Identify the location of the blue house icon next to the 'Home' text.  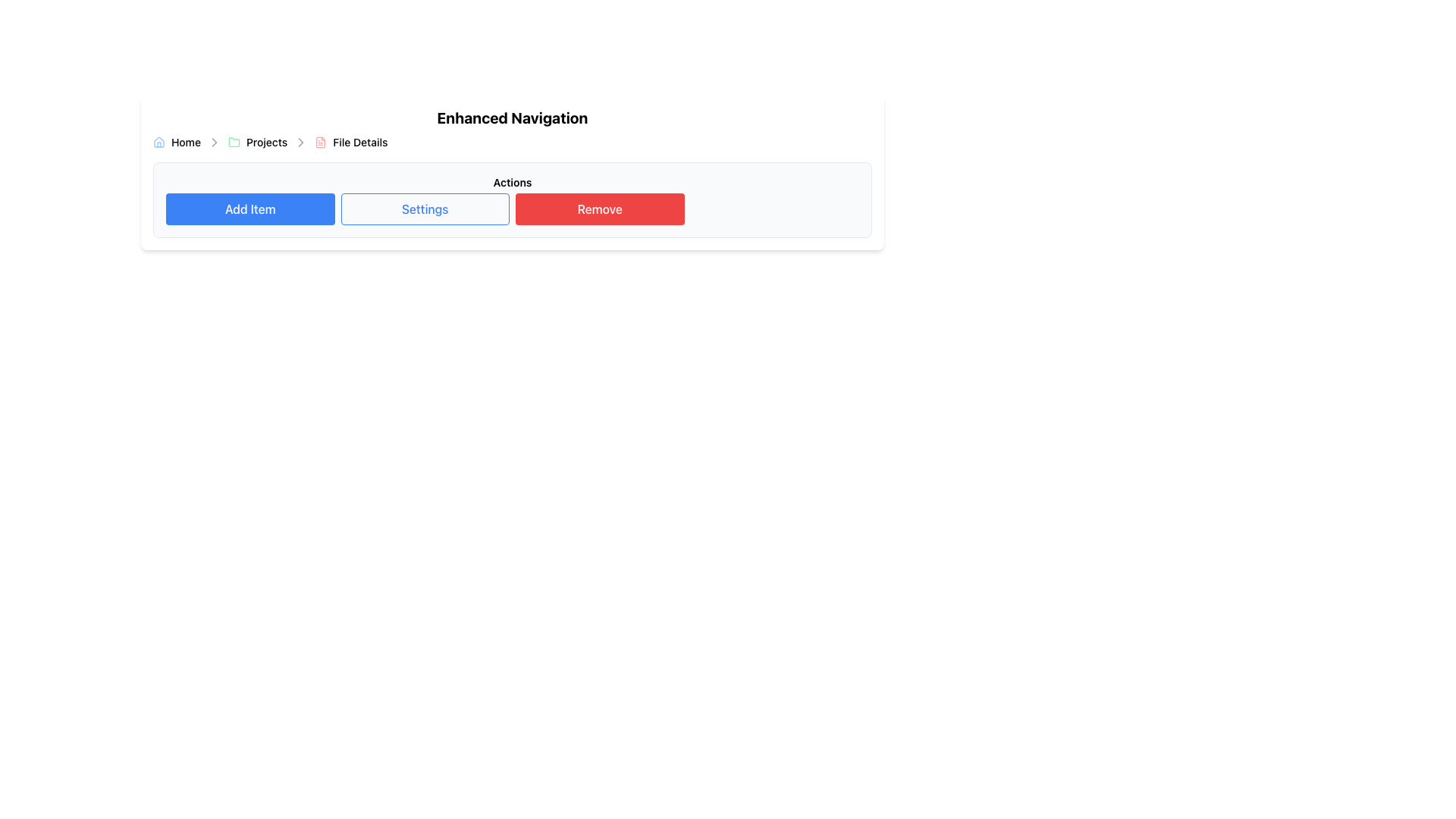
(159, 143).